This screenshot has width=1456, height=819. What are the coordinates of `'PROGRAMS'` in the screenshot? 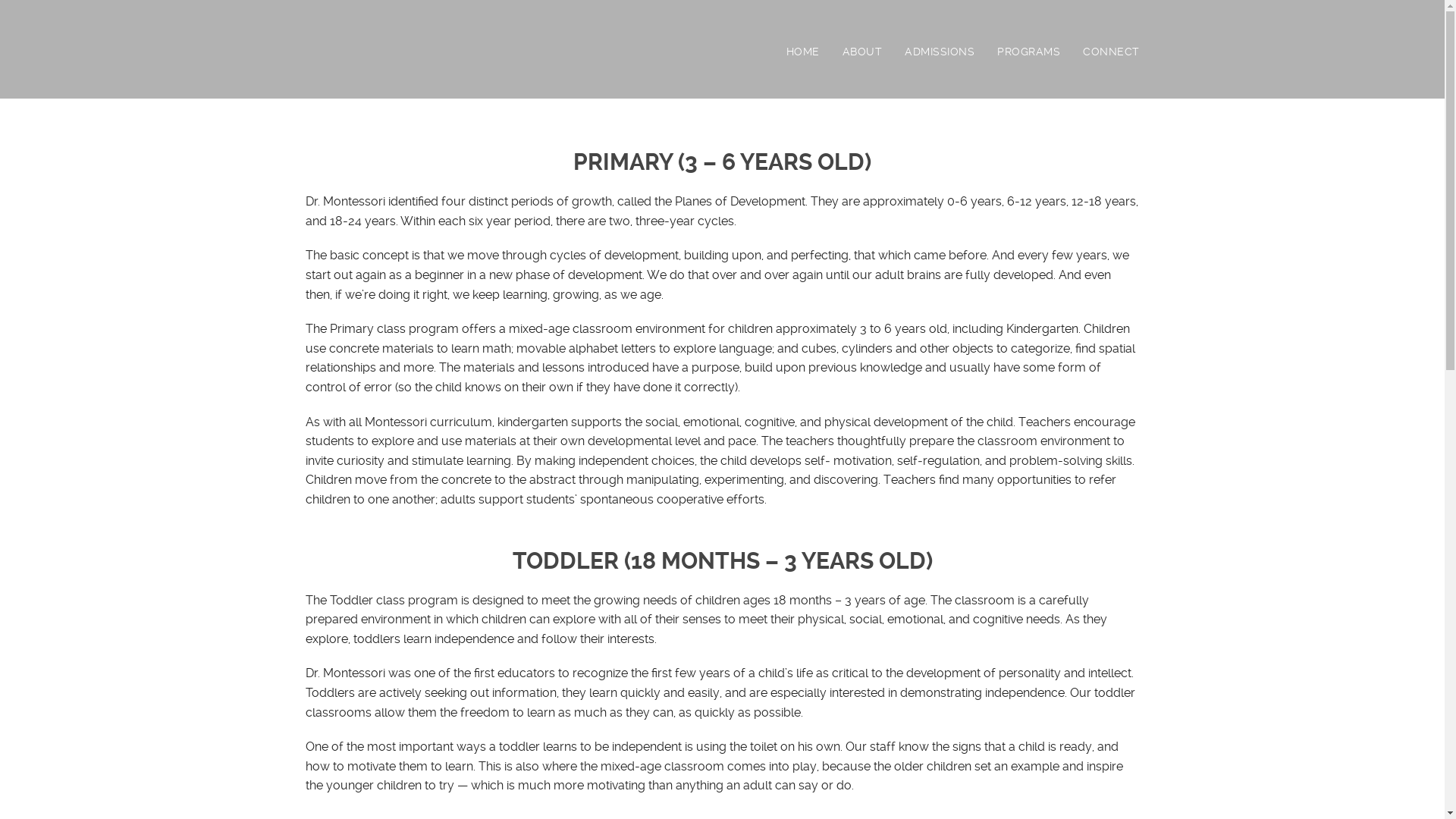 It's located at (997, 51).